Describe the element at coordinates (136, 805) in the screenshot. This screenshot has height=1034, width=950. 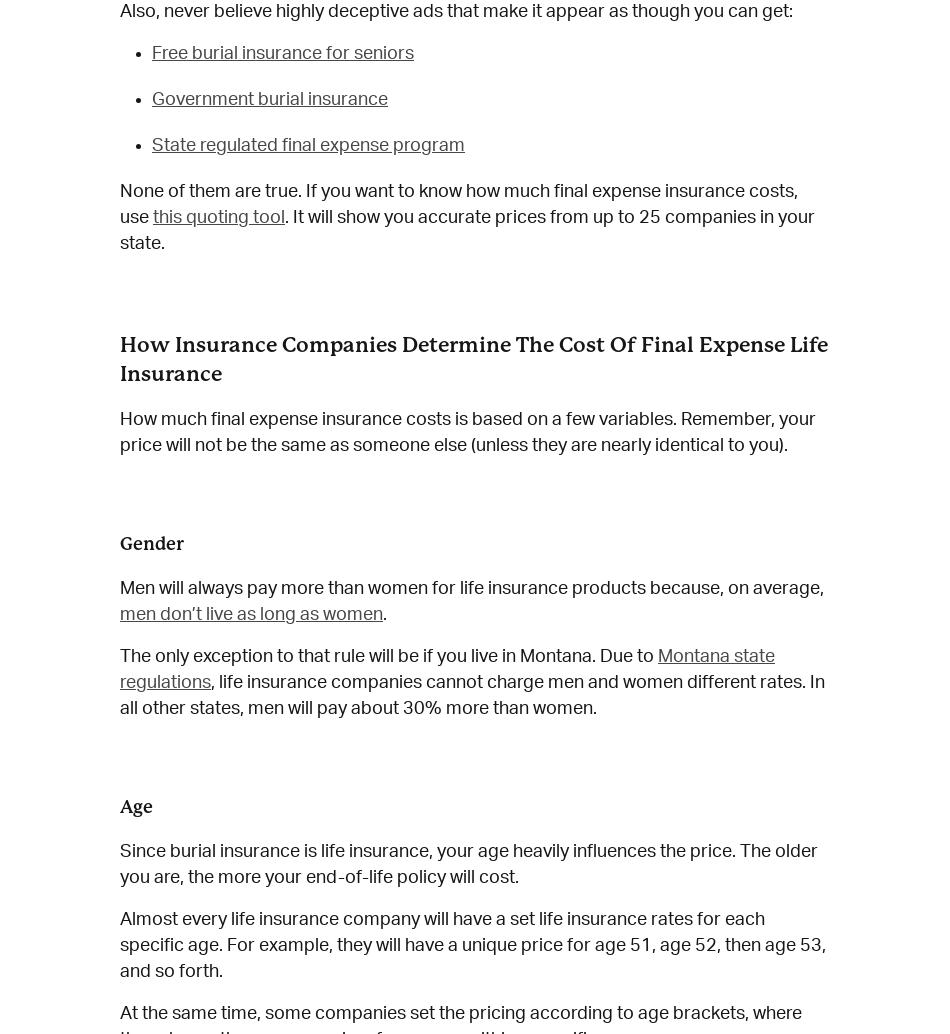
I see `'Age'` at that location.